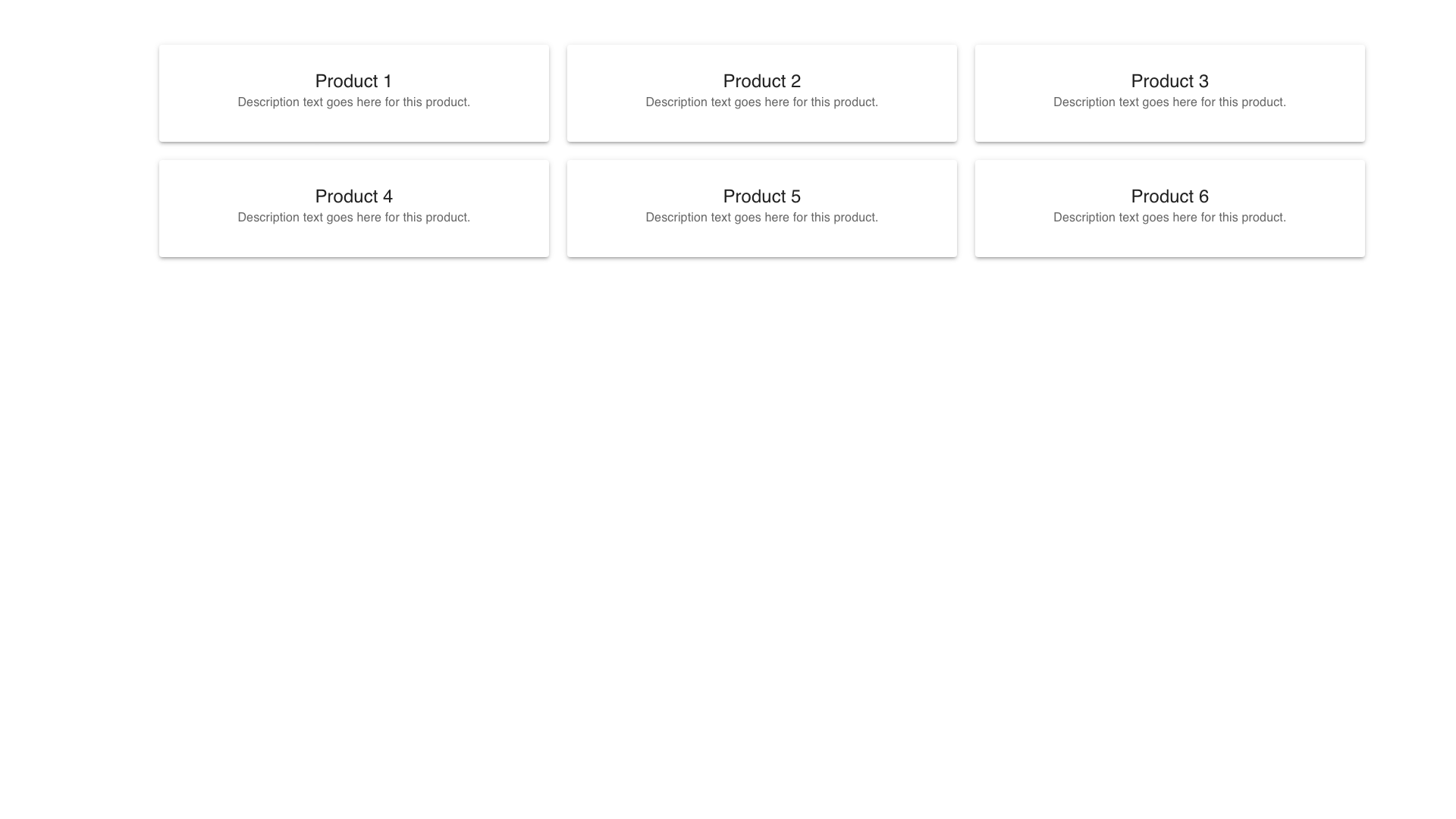 This screenshot has width=1456, height=819. What do you see at coordinates (761, 195) in the screenshot?
I see `the bold text label reading 'Product 5'` at bounding box center [761, 195].